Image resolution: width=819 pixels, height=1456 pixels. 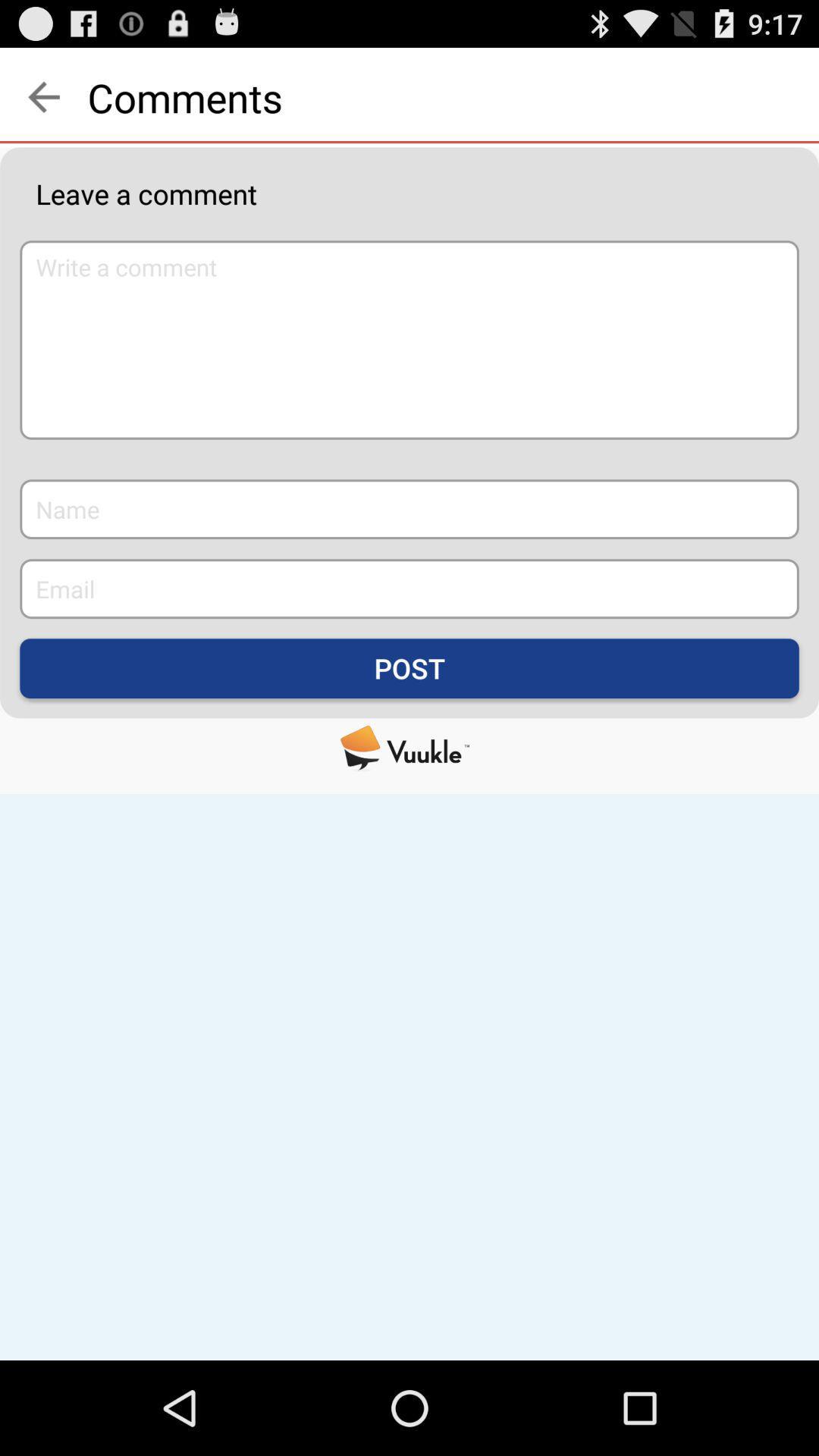 What do you see at coordinates (409, 339) in the screenshot?
I see `write comment` at bounding box center [409, 339].